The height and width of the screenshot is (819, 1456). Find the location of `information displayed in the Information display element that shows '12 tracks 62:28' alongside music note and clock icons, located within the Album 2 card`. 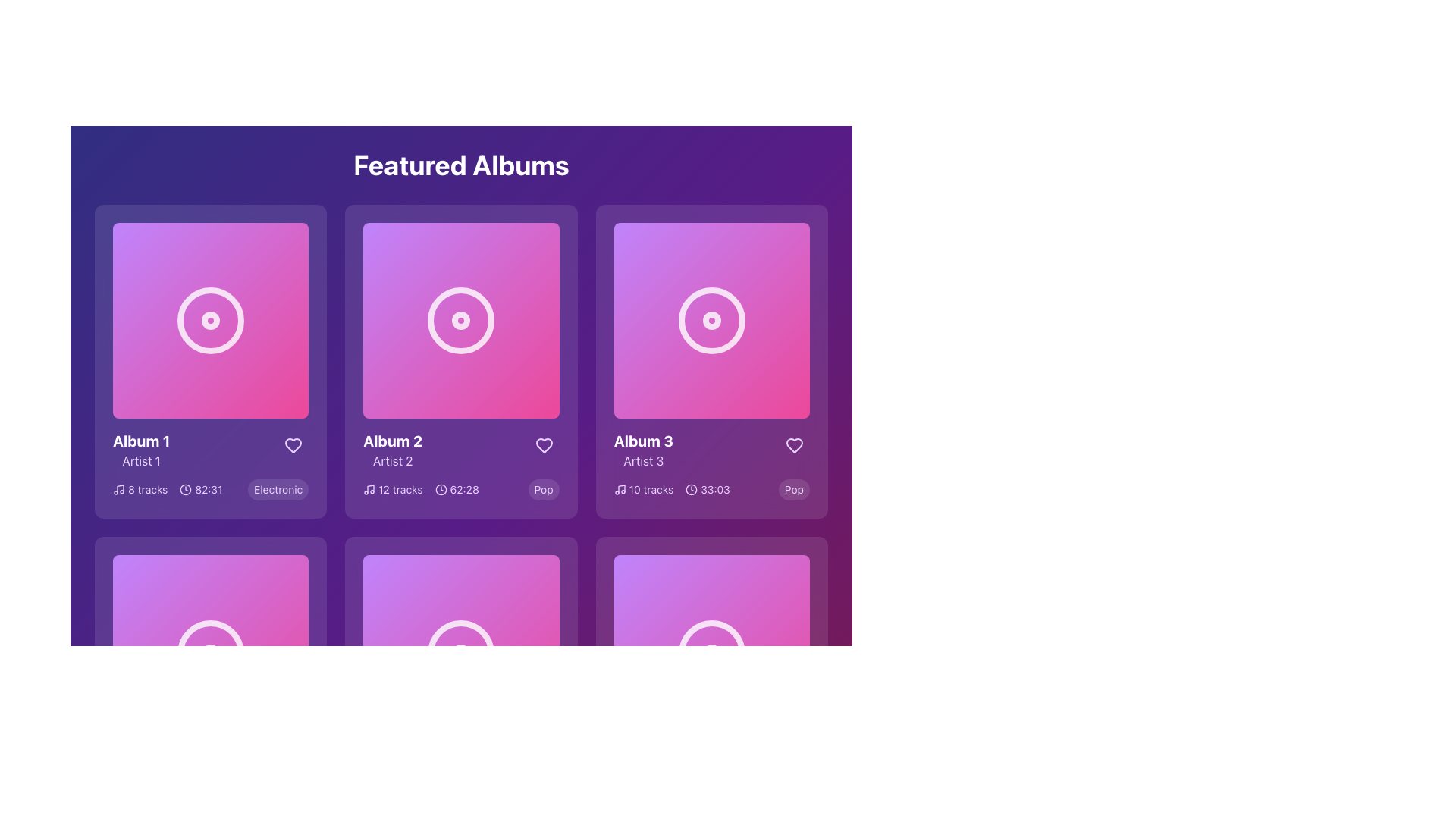

information displayed in the Information display element that shows '12 tracks 62:28' alongside music note and clock icons, located within the Album 2 card is located at coordinates (421, 490).